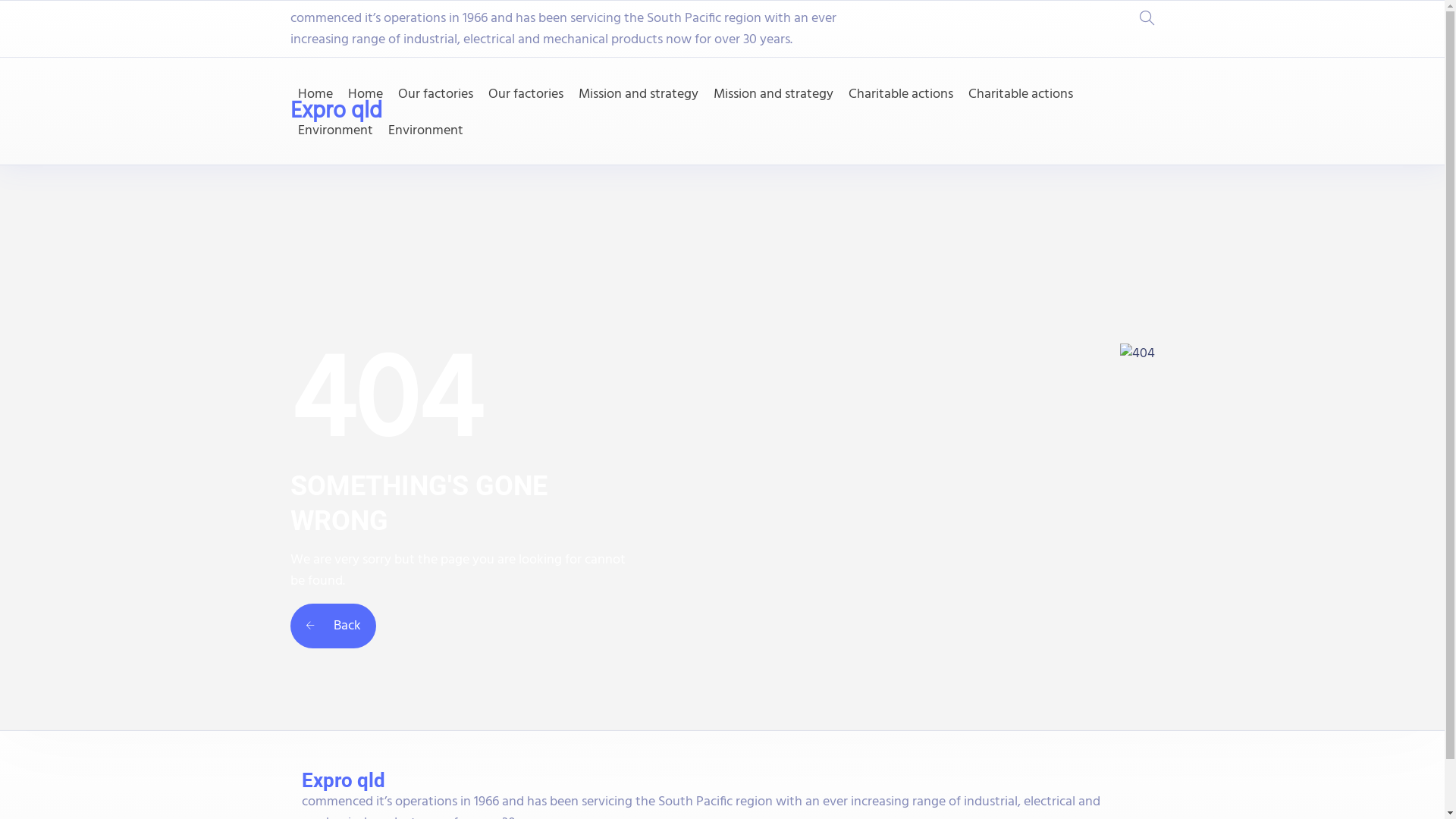 This screenshot has width=1456, height=819. What do you see at coordinates (334, 110) in the screenshot?
I see `'Expro qld'` at bounding box center [334, 110].